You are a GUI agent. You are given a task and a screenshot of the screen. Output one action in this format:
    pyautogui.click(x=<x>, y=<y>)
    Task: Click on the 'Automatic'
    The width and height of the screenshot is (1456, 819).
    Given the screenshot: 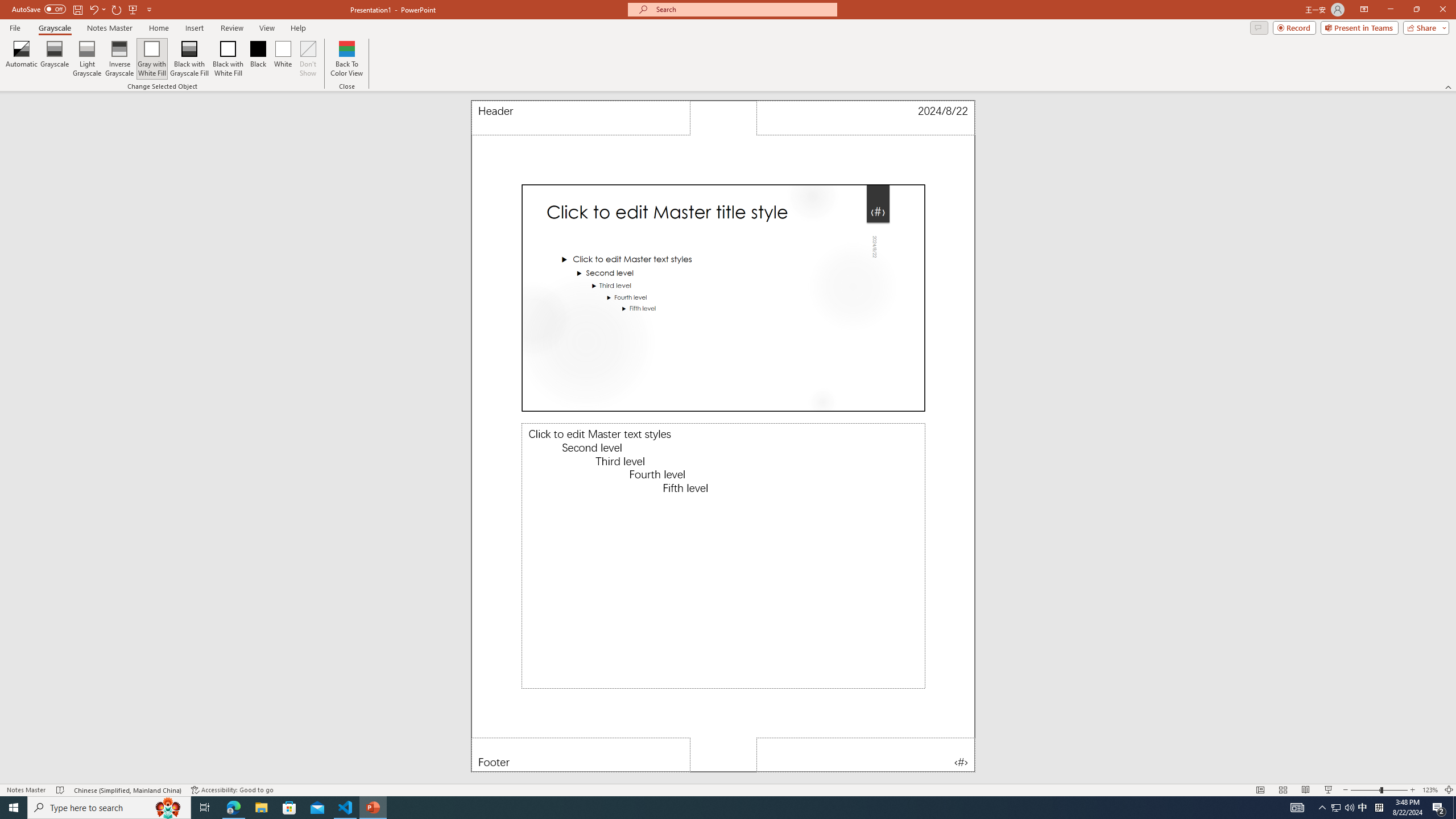 What is the action you would take?
    pyautogui.click(x=21, y=59)
    